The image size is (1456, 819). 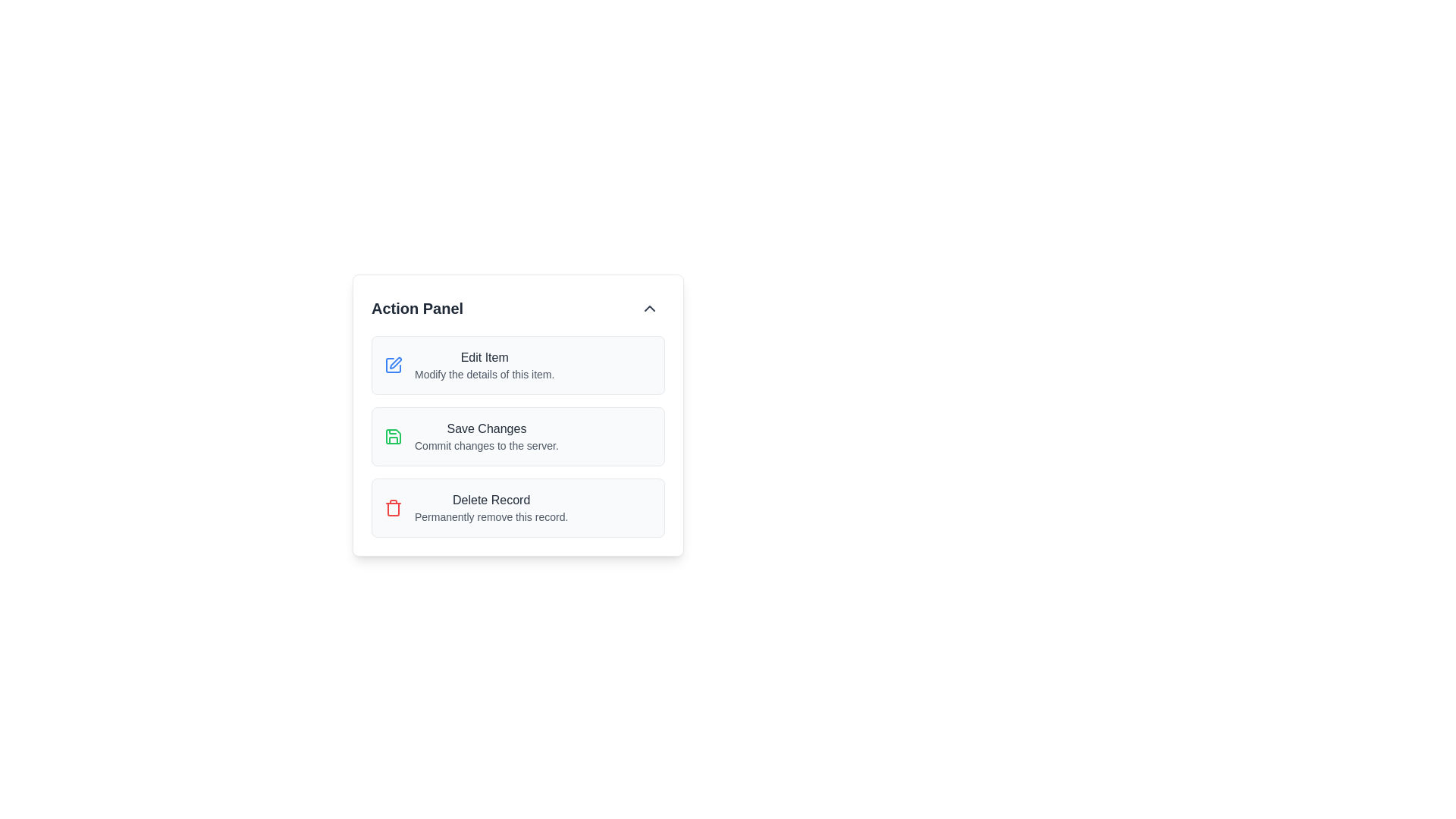 I want to click on the text label that displays 'Save Changes' and 'Commit changes to the server.' This label is the second item in the Action Panel, featuring bold and lighter gray text, so click(x=486, y=436).